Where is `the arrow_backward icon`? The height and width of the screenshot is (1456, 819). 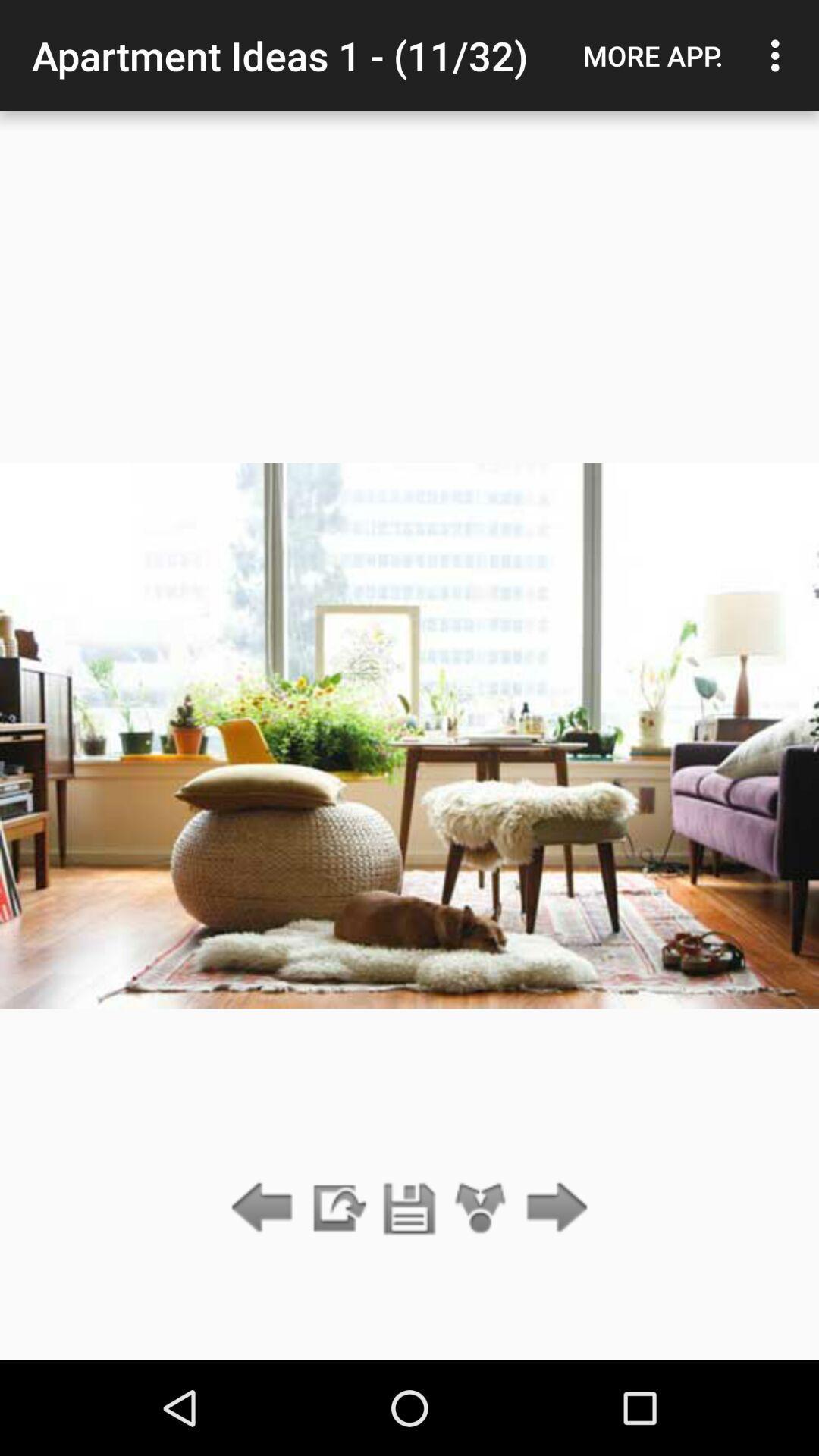 the arrow_backward icon is located at coordinates (265, 1208).